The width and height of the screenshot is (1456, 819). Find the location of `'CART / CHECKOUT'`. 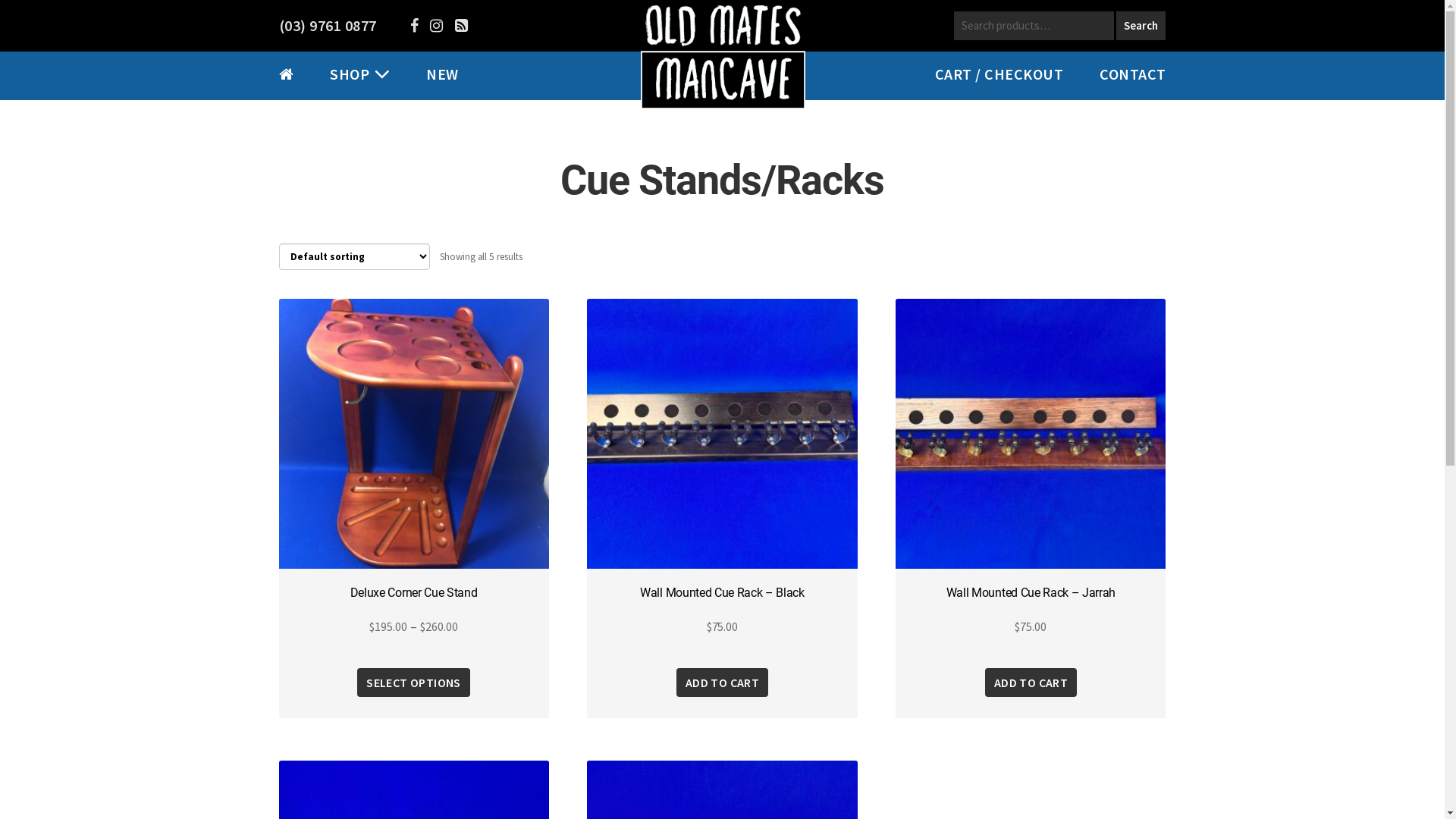

'CART / CHECKOUT' is located at coordinates (998, 74).